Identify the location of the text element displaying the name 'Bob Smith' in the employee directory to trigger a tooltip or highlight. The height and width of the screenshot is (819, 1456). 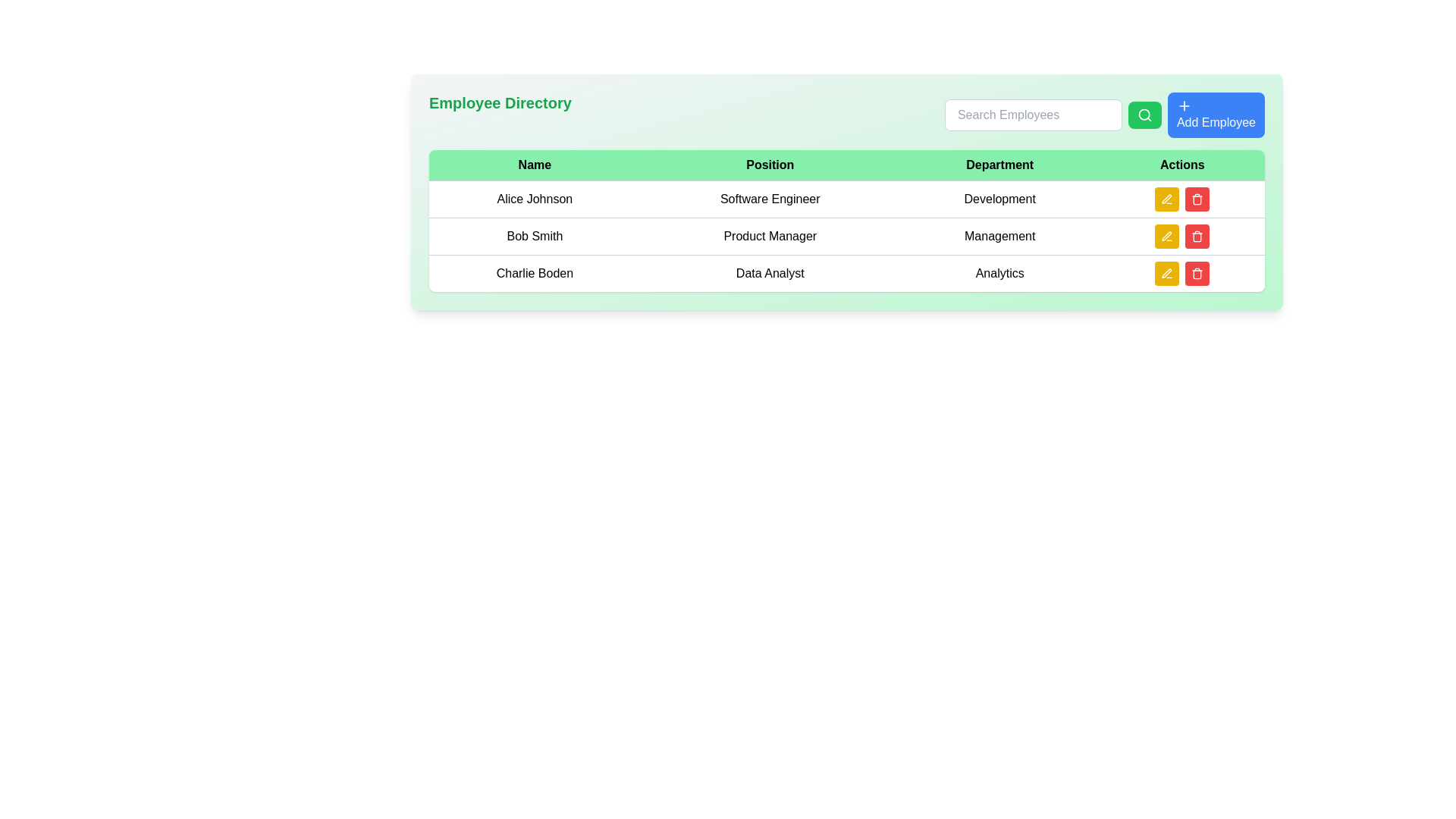
(535, 237).